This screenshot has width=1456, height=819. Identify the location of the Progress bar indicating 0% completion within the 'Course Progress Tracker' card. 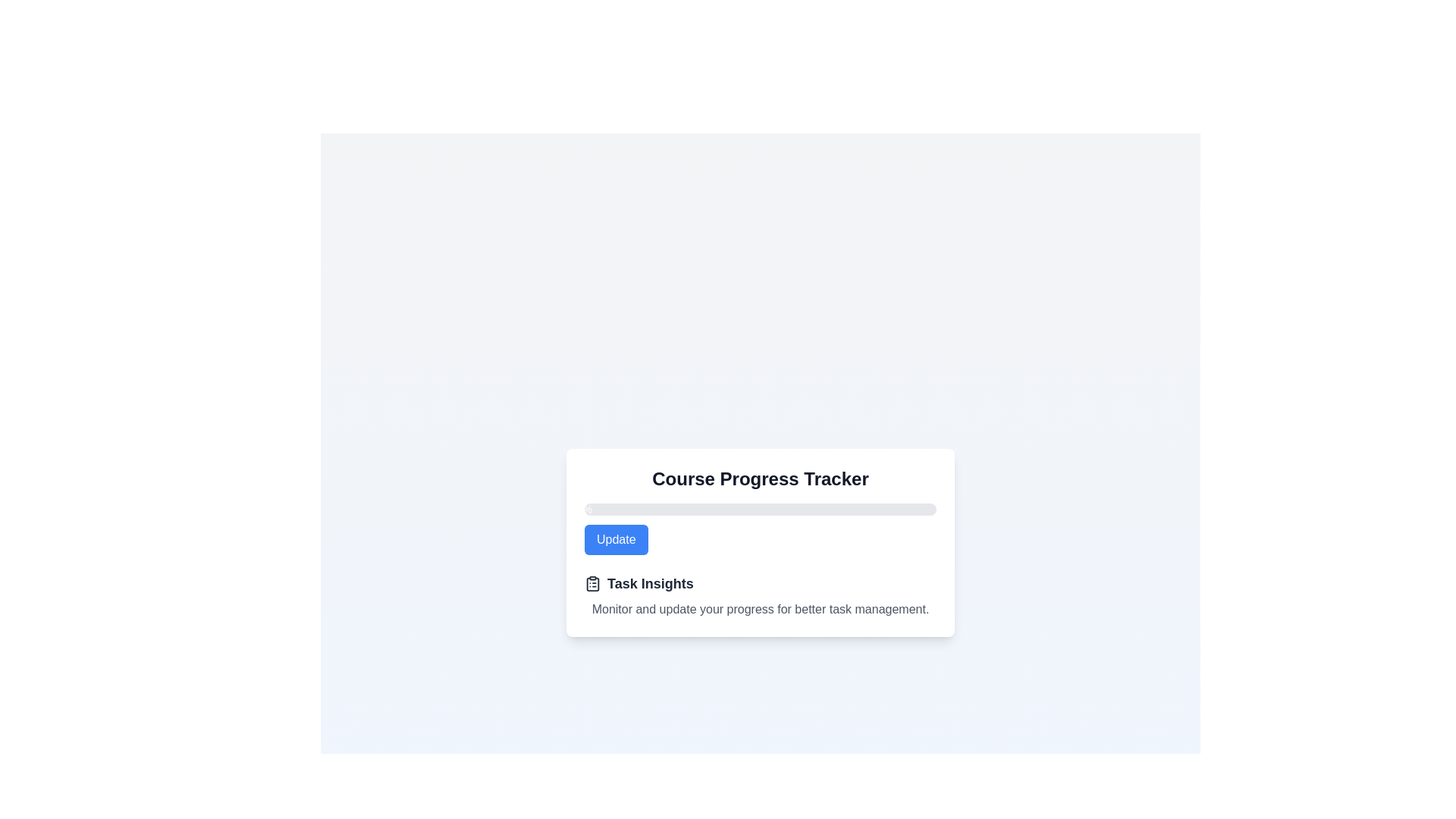
(761, 509).